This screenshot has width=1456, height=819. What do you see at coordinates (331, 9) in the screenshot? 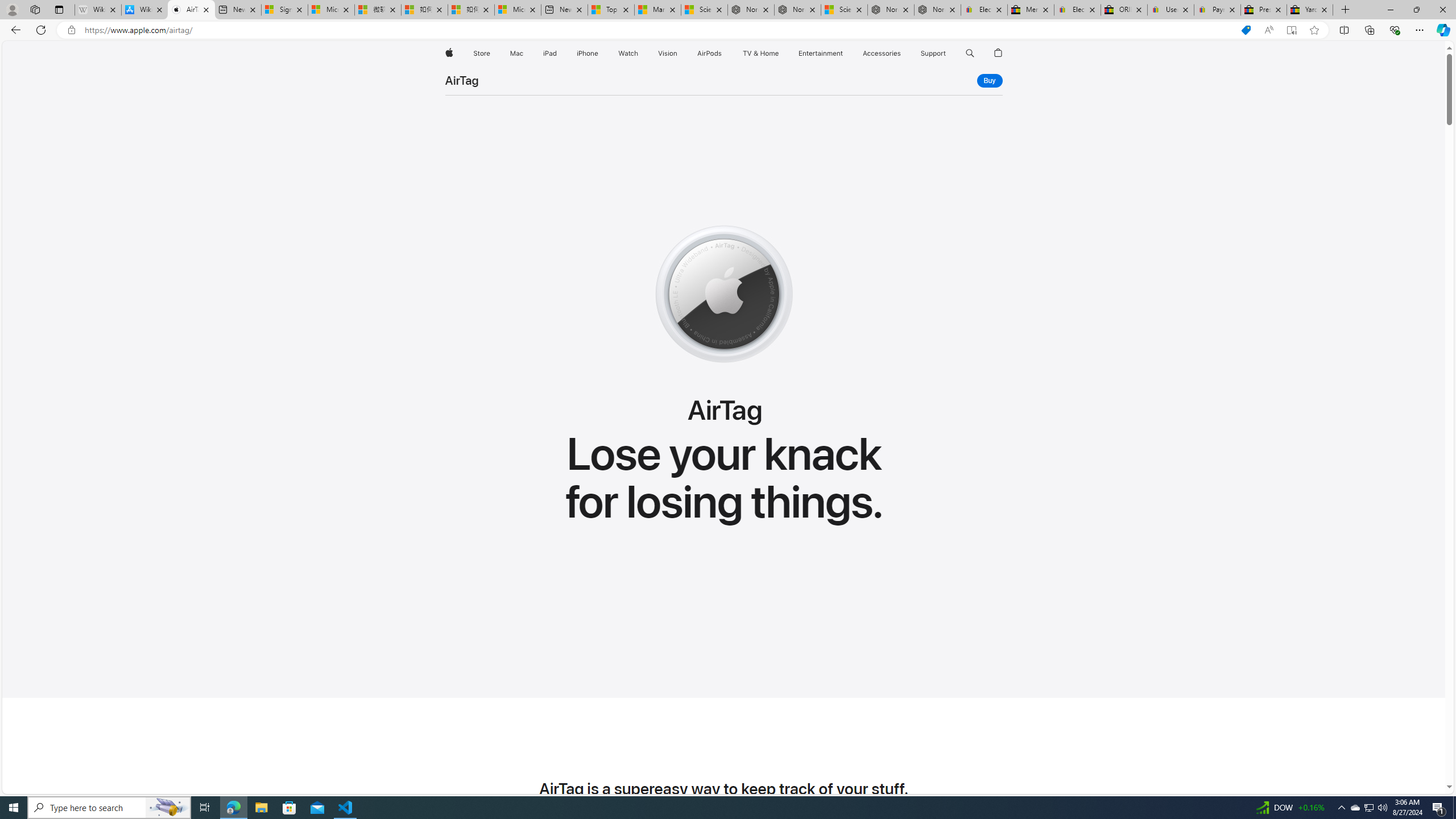
I see `'Microsoft Services Agreement'` at bounding box center [331, 9].